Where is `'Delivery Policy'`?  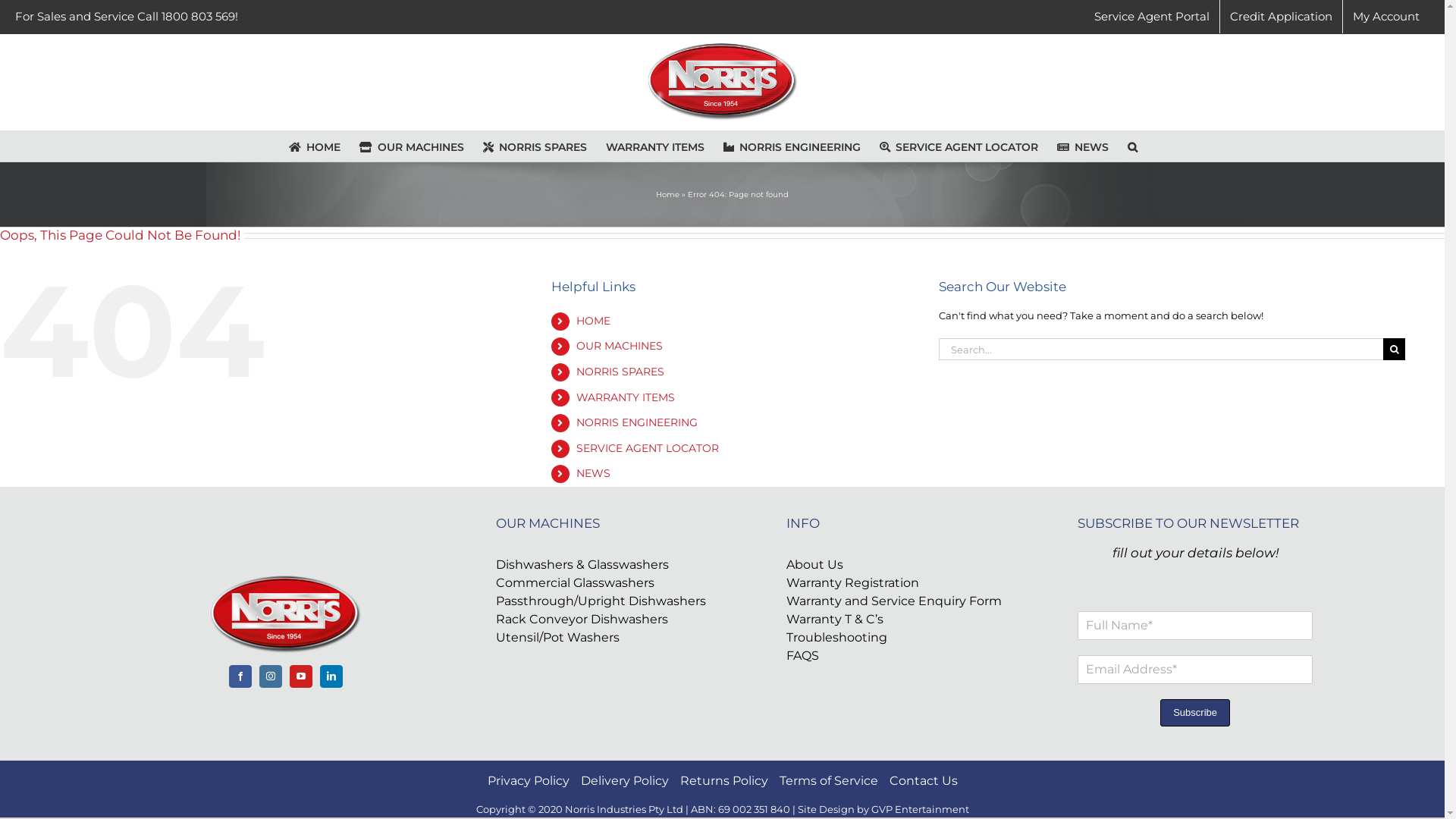
'Delivery Policy' is located at coordinates (625, 780).